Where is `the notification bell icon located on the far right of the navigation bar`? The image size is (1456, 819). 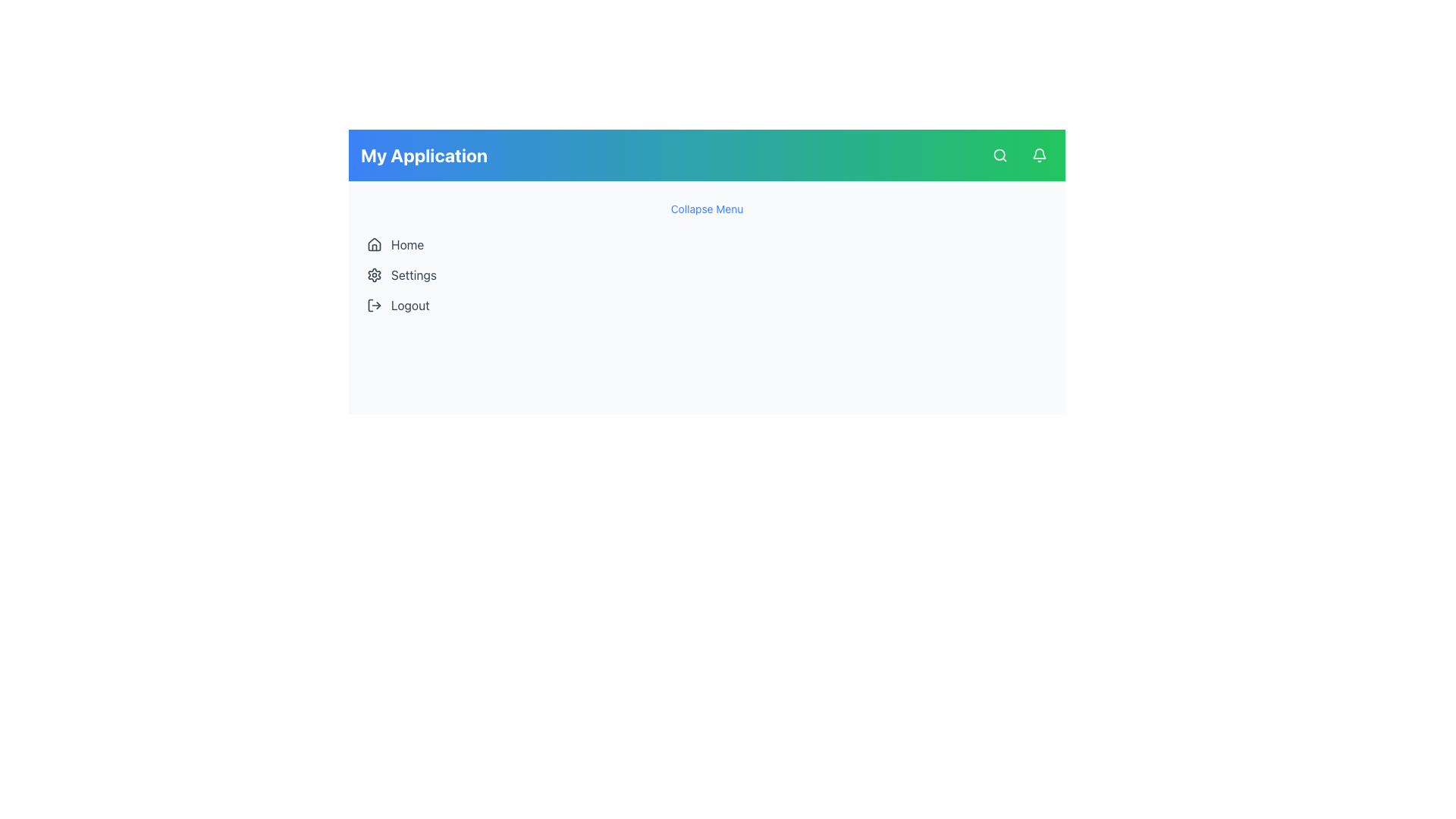
the notification bell icon located on the far right of the navigation bar is located at coordinates (1039, 155).